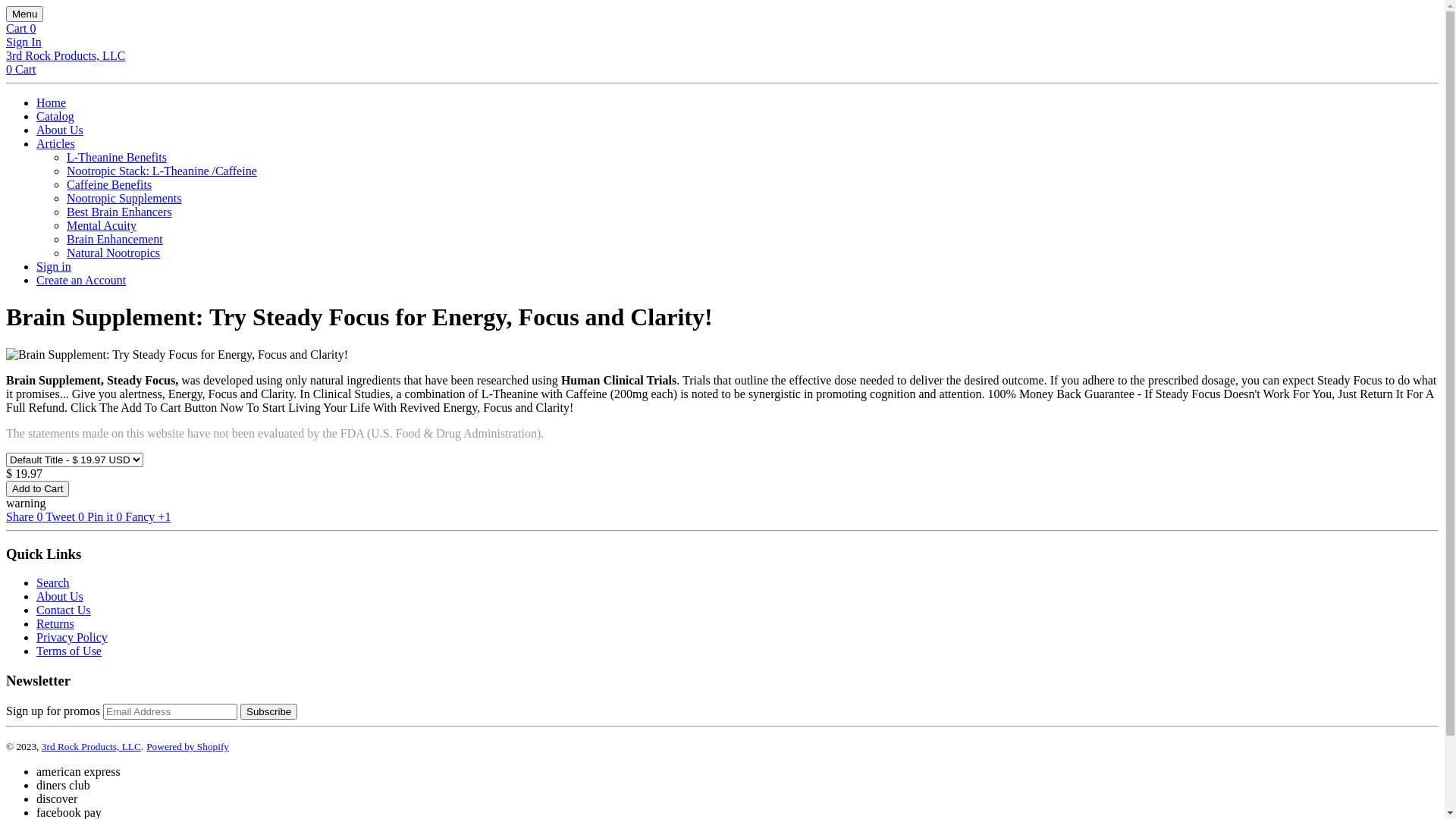 The width and height of the screenshot is (1456, 819). What do you see at coordinates (162, 171) in the screenshot?
I see `'Nootropic Stack: L-Theanine /Caffeine'` at bounding box center [162, 171].